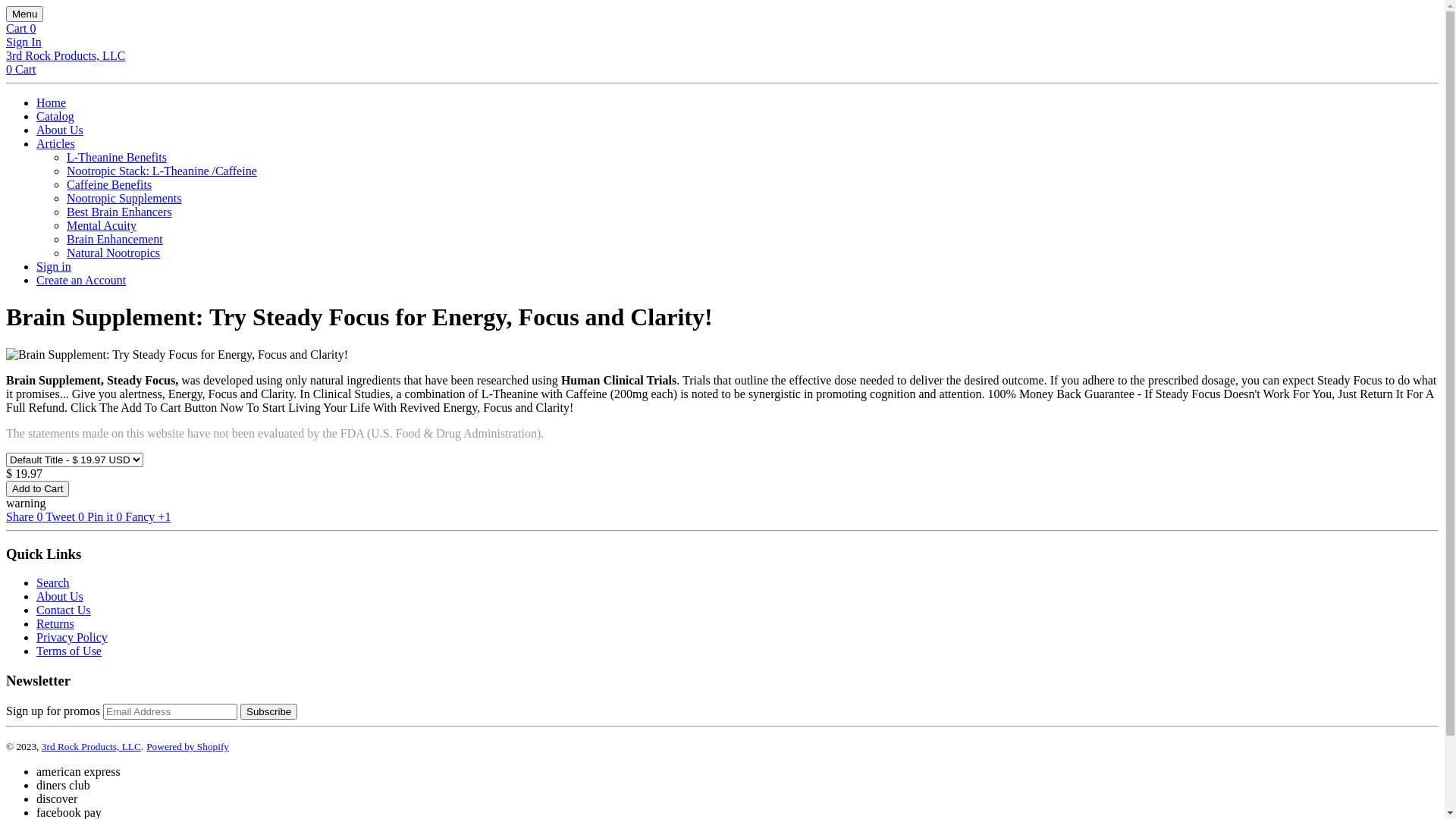 The width and height of the screenshot is (1456, 819). What do you see at coordinates (162, 171) in the screenshot?
I see `'Nootropic Stack: L-Theanine /Caffeine'` at bounding box center [162, 171].